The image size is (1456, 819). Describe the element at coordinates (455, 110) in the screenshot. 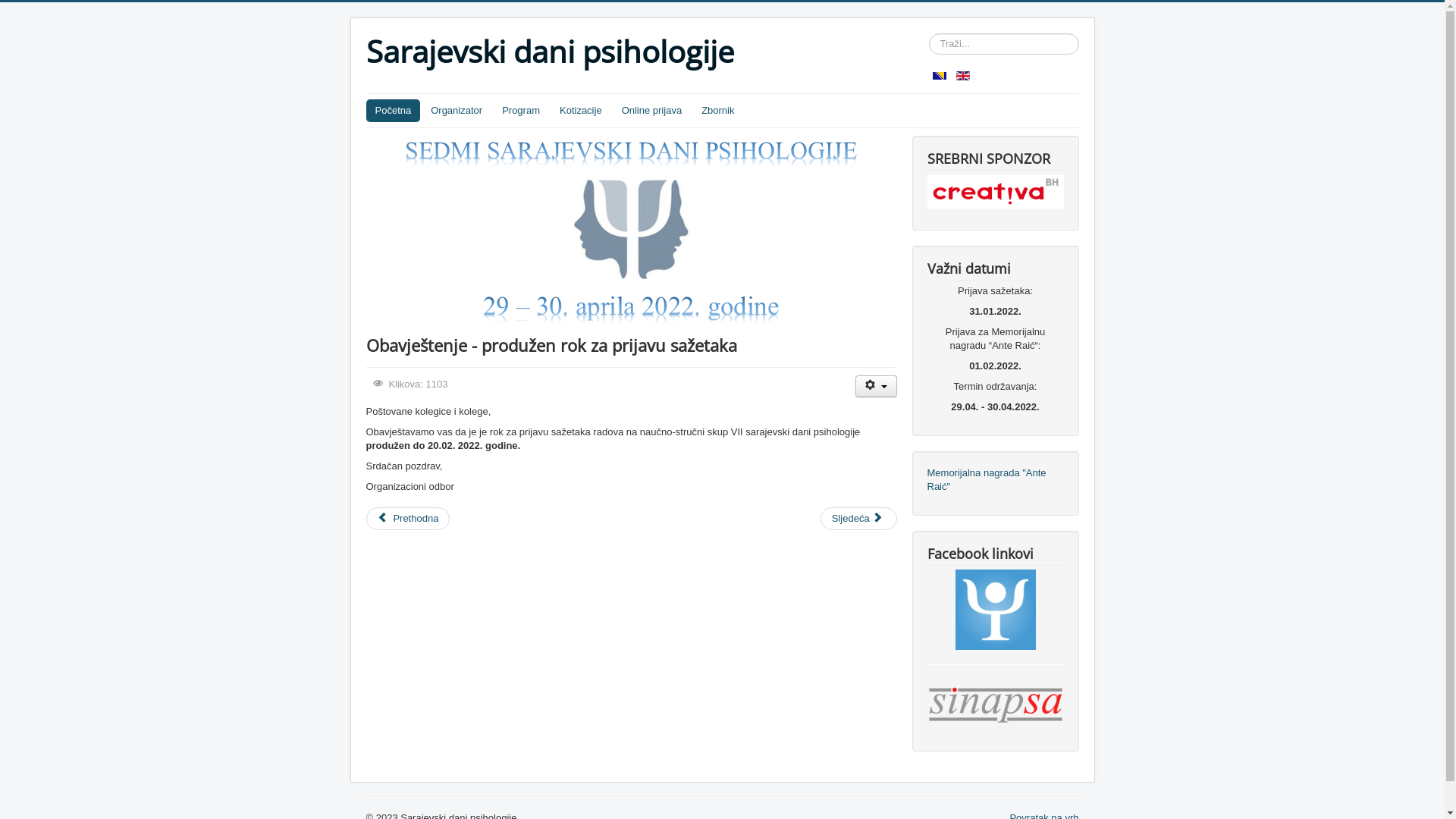

I see `'Organizator'` at that location.